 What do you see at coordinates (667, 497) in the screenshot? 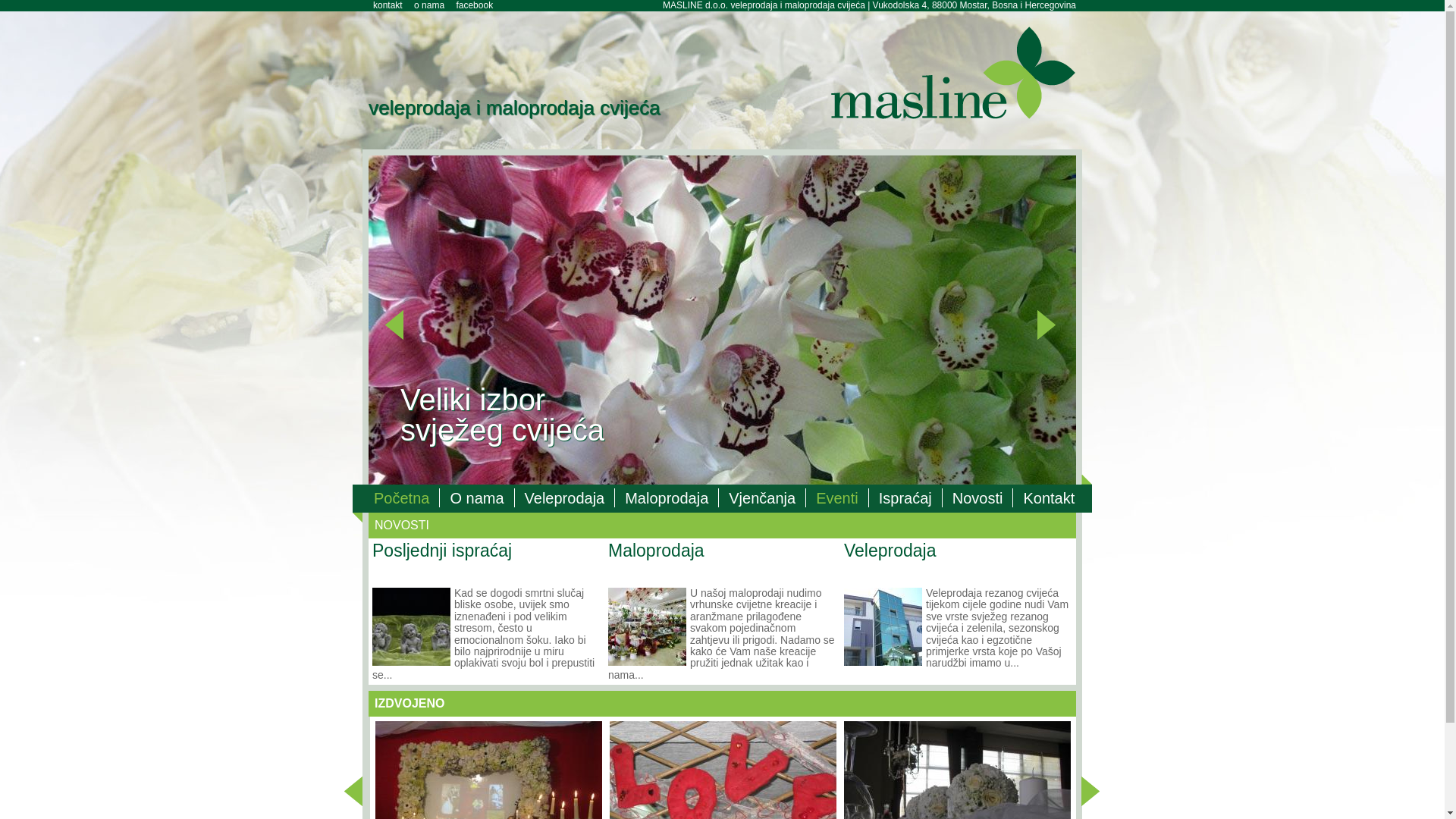
I see `'Maloprodaja'` at bounding box center [667, 497].